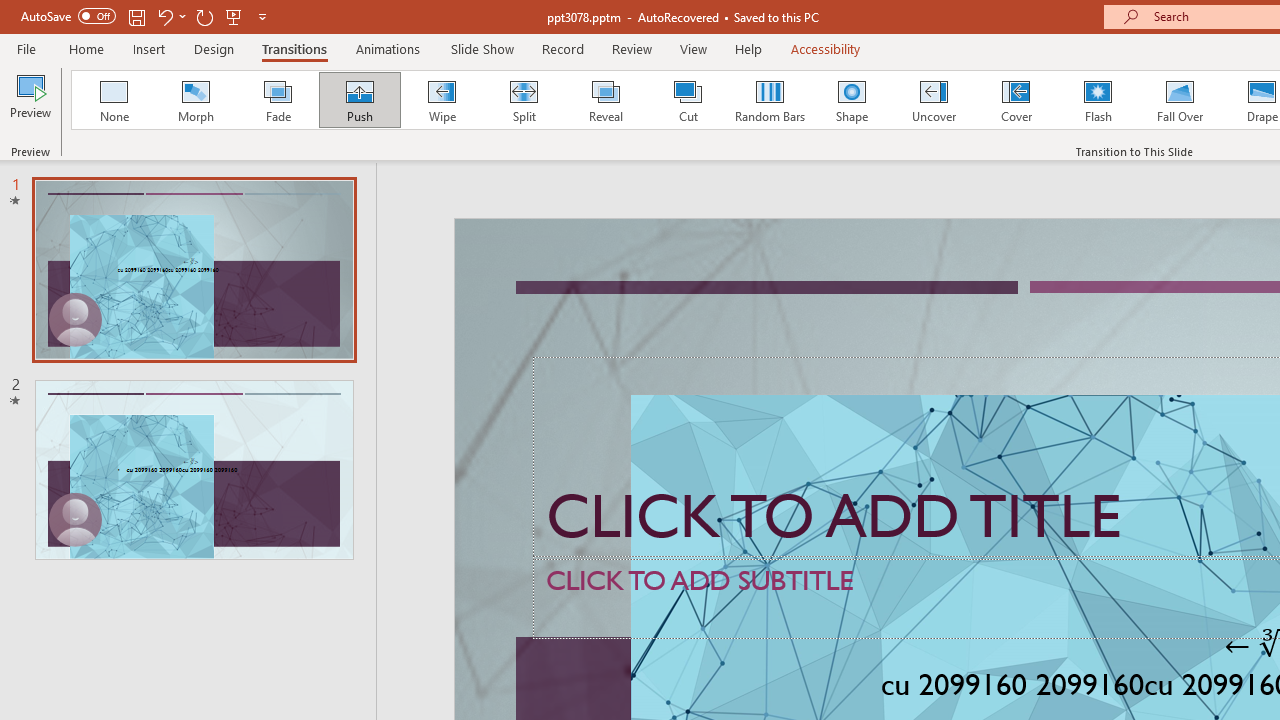 The image size is (1280, 720). What do you see at coordinates (234, 16) in the screenshot?
I see `'From Beginning'` at bounding box center [234, 16].